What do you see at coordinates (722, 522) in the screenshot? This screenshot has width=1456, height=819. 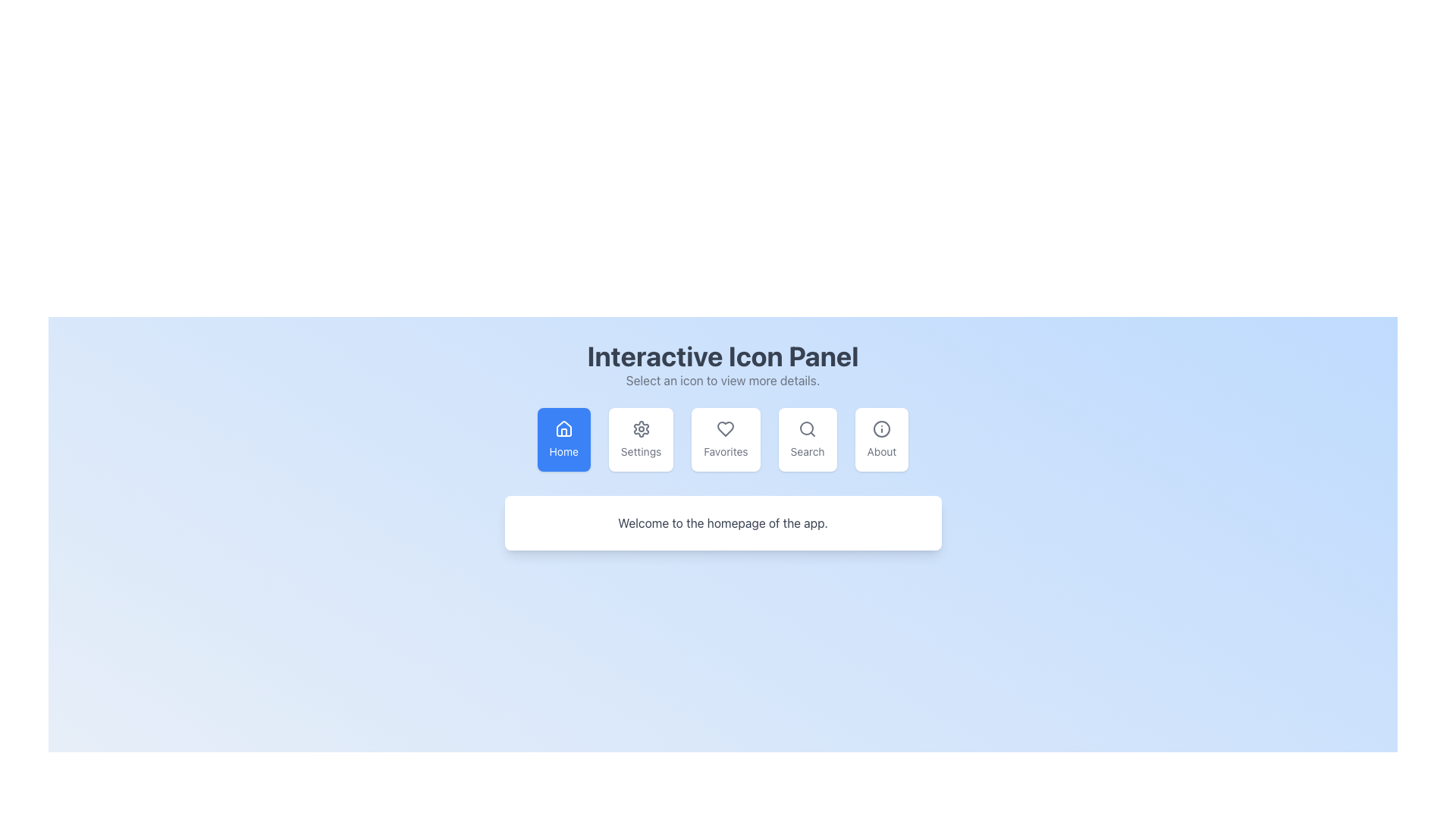 I see `the static text element reading 'Welcome to the homepage of the app.' which is styled in light gray and positioned at the bottom-center of a rounded white panel` at bounding box center [722, 522].